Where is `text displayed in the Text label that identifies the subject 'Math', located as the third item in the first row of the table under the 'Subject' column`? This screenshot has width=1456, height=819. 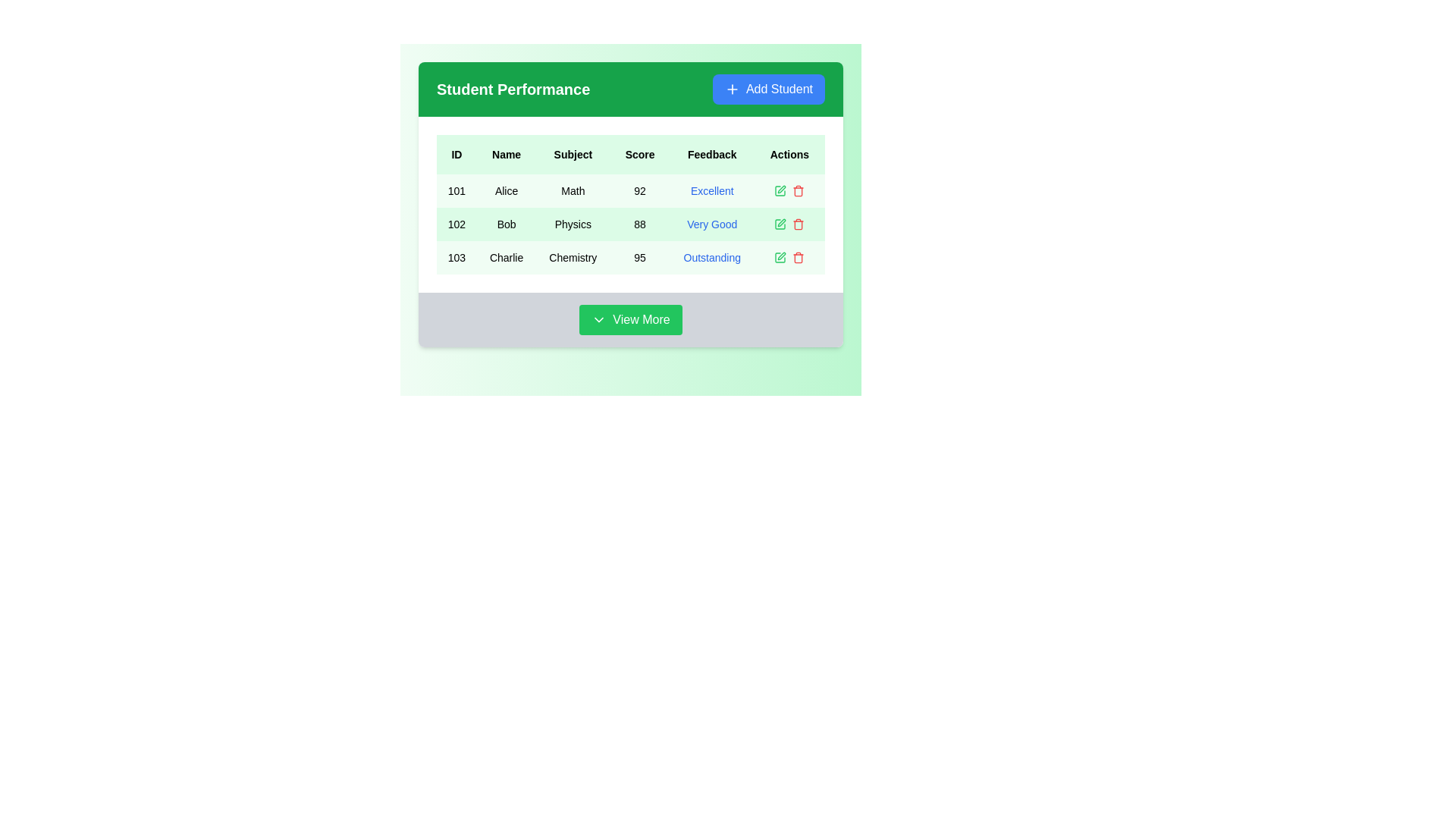 text displayed in the Text label that identifies the subject 'Math', located as the third item in the first row of the table under the 'Subject' column is located at coordinates (572, 190).